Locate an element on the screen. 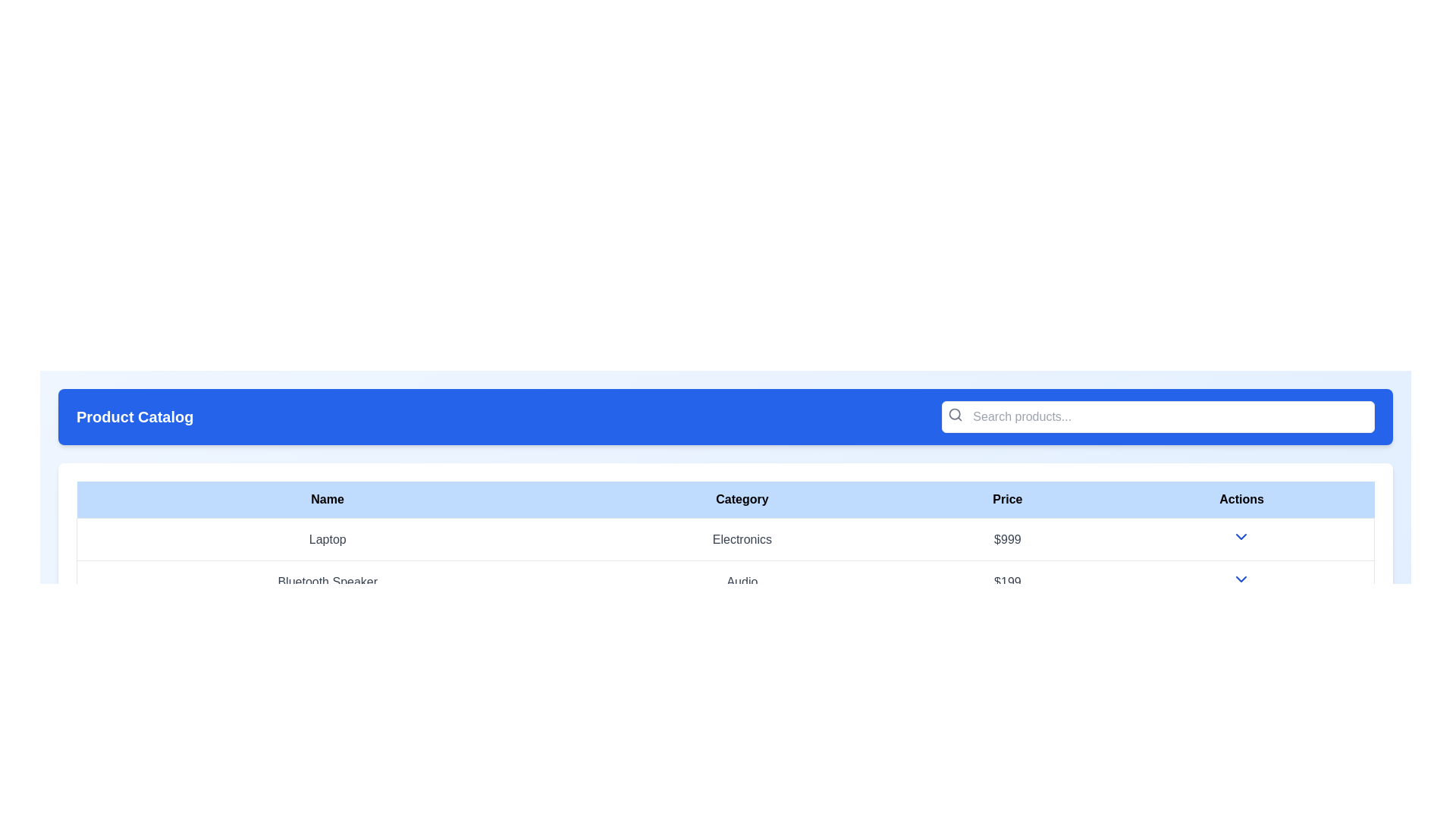 This screenshot has height=819, width=1456. the blue dropdown arrow icon is located at coordinates (1241, 536).